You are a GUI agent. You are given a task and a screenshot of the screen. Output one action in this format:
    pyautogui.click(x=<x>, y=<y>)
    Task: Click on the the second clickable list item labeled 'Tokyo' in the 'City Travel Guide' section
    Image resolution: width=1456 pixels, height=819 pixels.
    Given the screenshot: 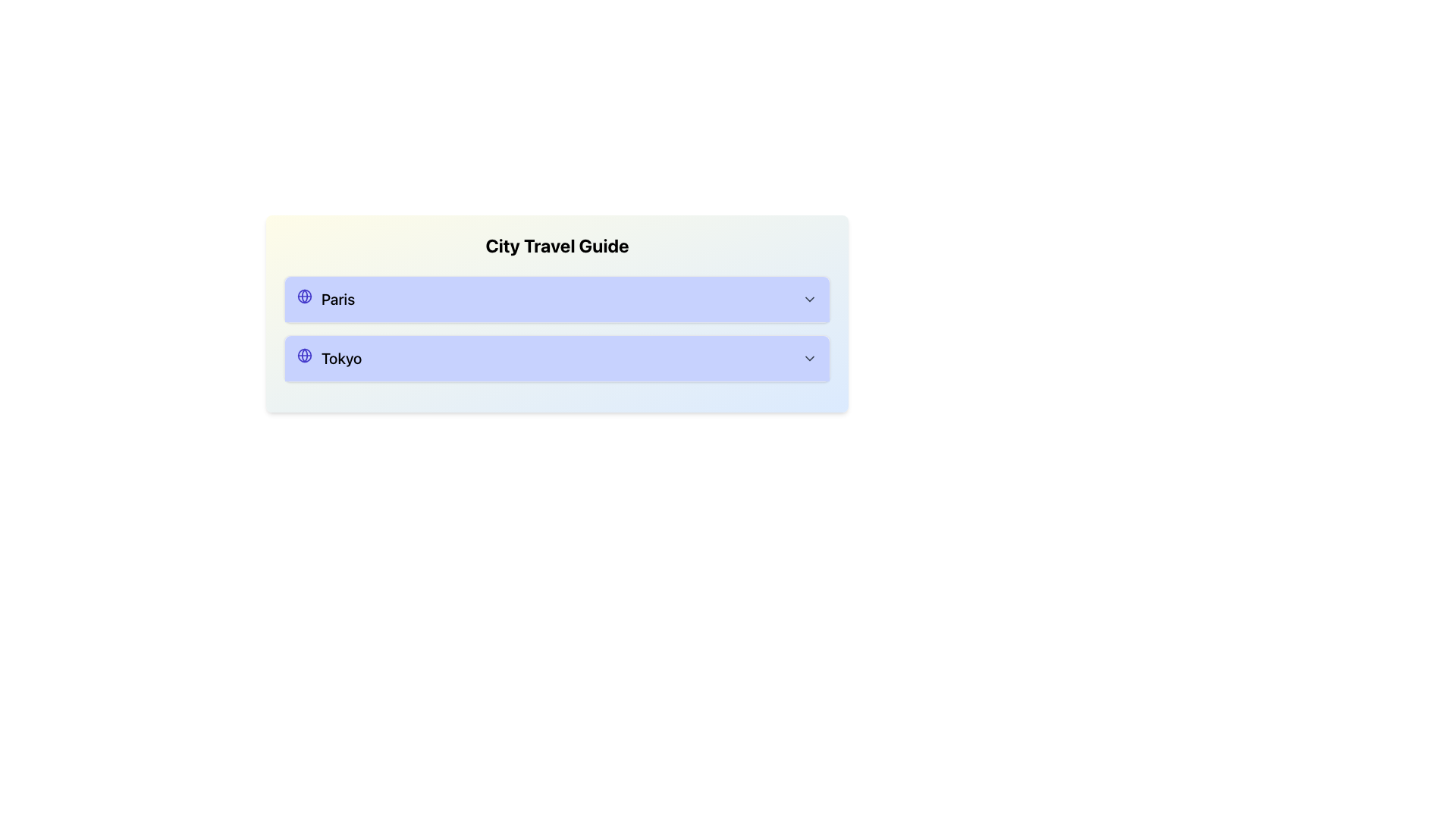 What is the action you would take?
    pyautogui.click(x=556, y=359)
    